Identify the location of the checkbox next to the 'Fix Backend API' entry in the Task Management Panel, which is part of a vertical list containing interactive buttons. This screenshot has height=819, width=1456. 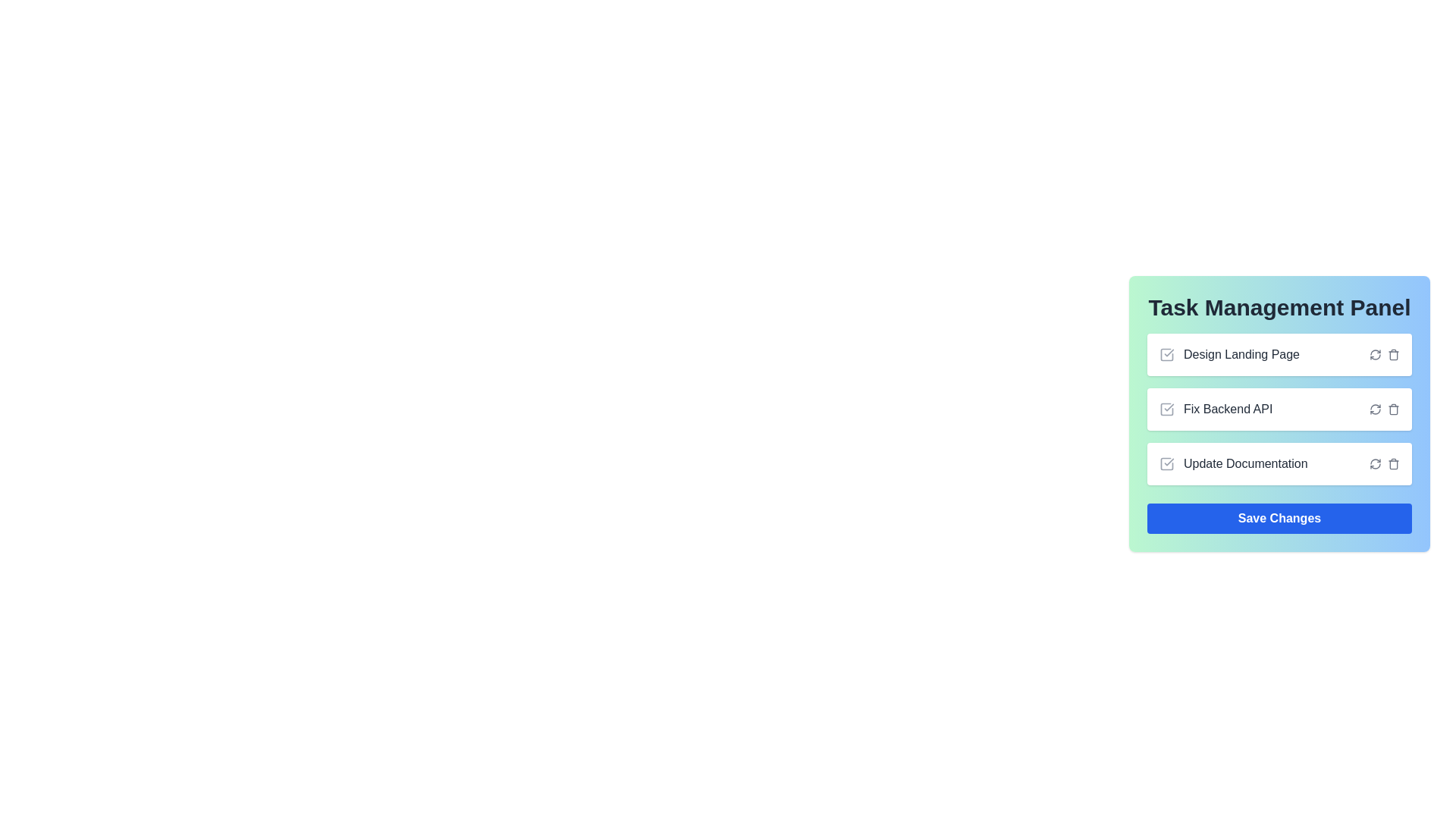
(1279, 409).